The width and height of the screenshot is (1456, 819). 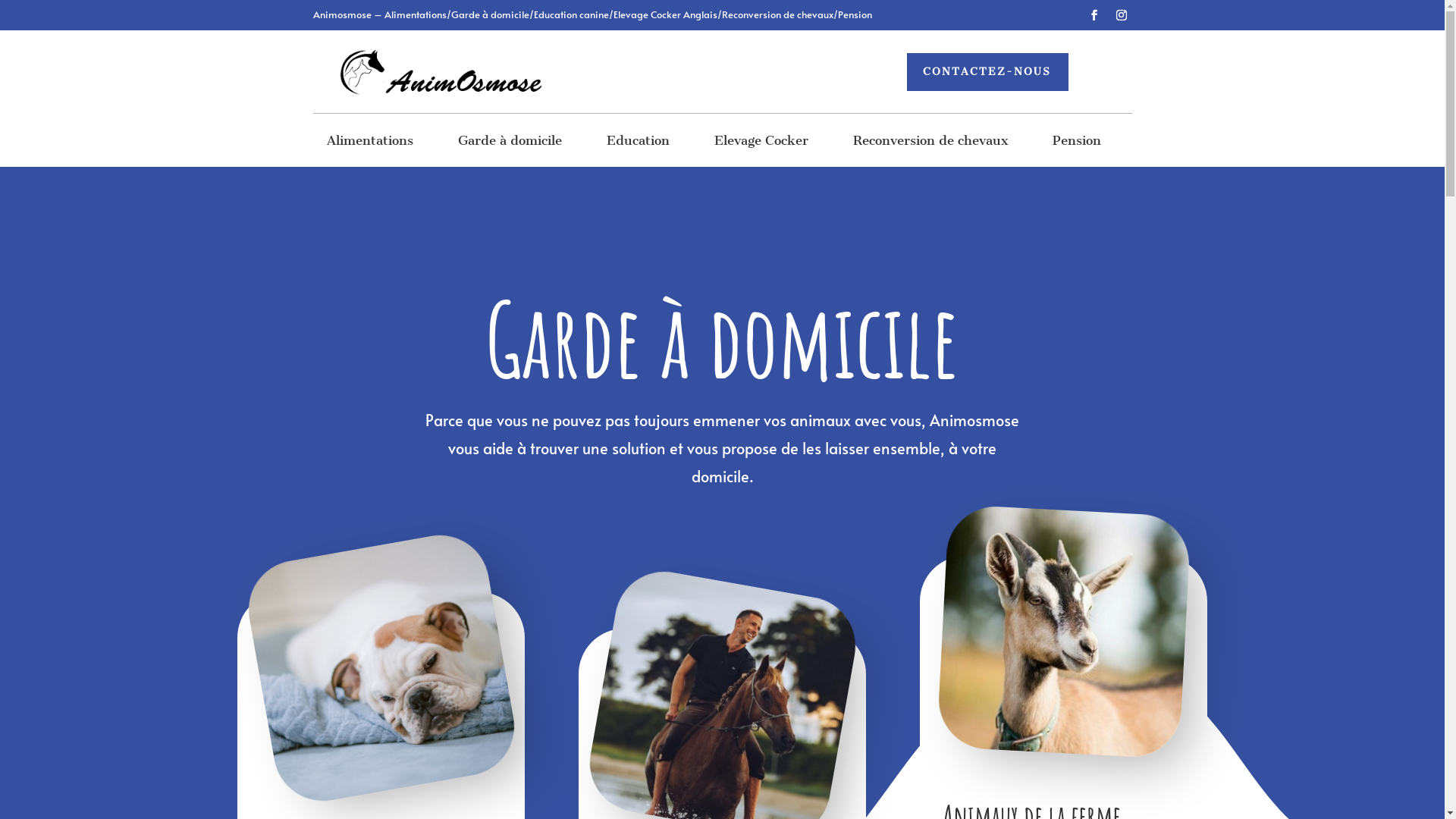 I want to click on 'Elevage Cocker', so click(x=761, y=143).